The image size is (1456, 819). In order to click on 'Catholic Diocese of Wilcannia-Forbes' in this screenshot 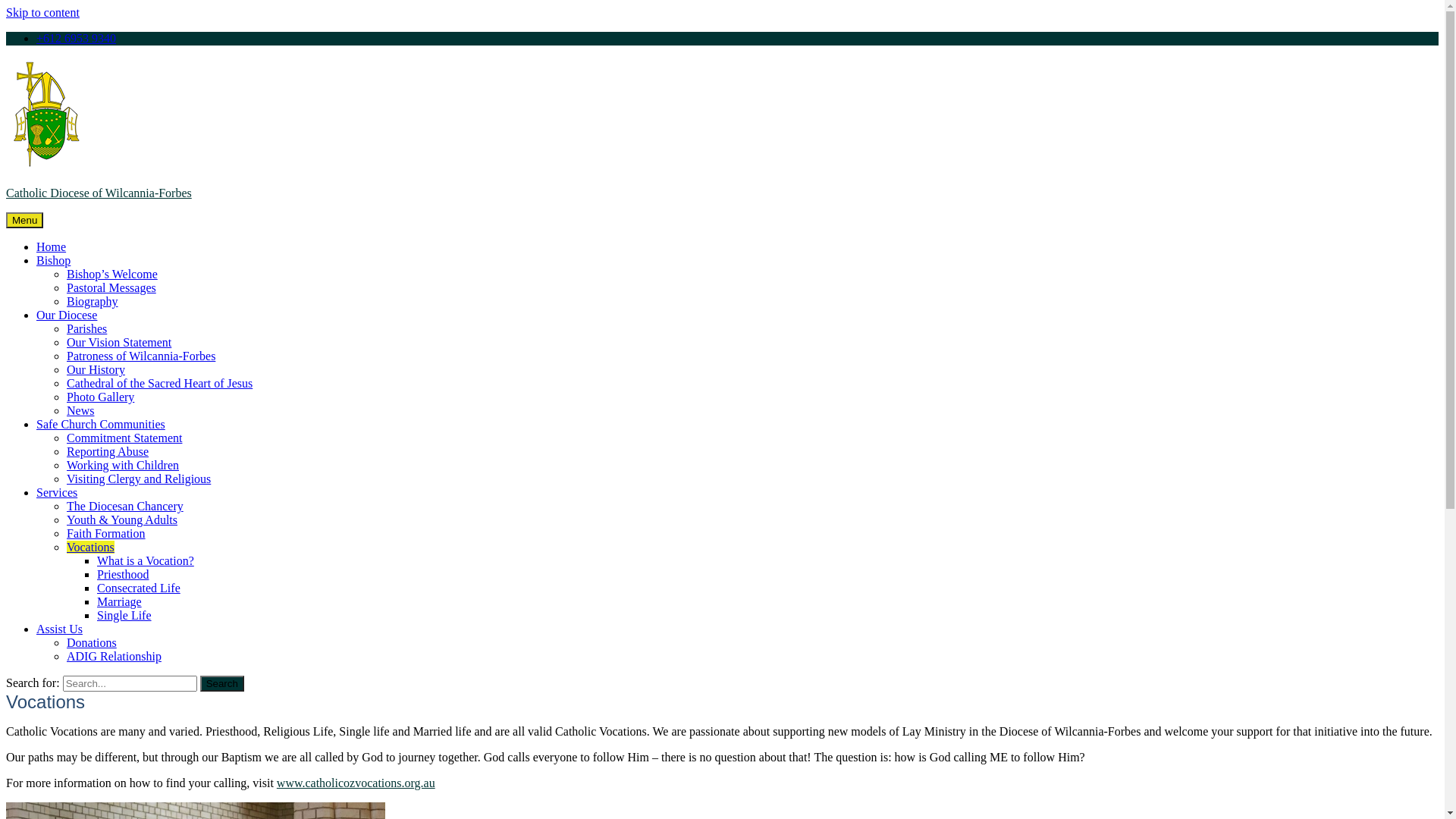, I will do `click(98, 192)`.